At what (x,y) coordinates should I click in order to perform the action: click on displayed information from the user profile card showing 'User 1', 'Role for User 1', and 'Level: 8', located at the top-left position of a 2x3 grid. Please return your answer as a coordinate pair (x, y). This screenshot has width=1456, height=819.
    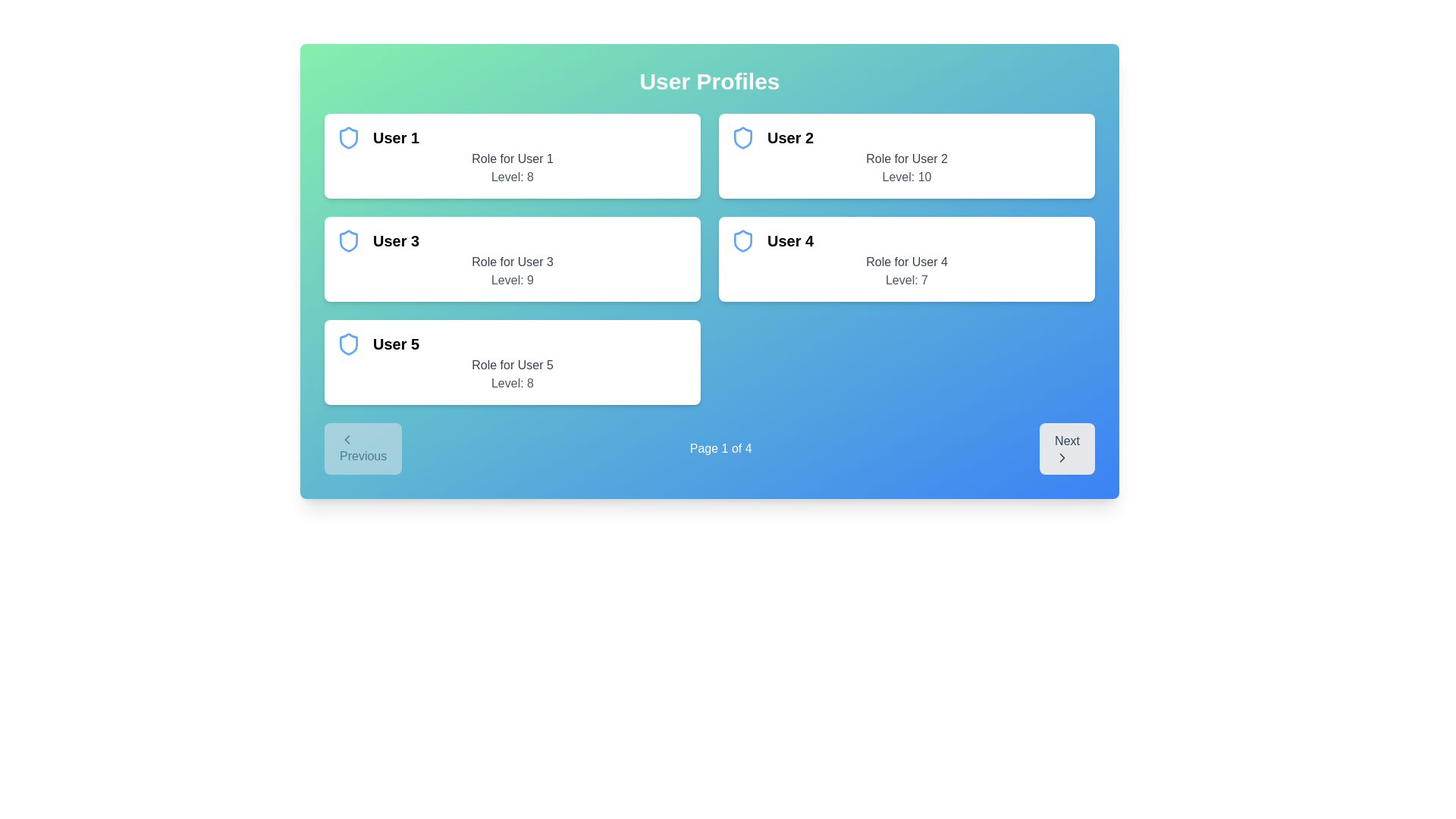
    Looking at the image, I should click on (513, 155).